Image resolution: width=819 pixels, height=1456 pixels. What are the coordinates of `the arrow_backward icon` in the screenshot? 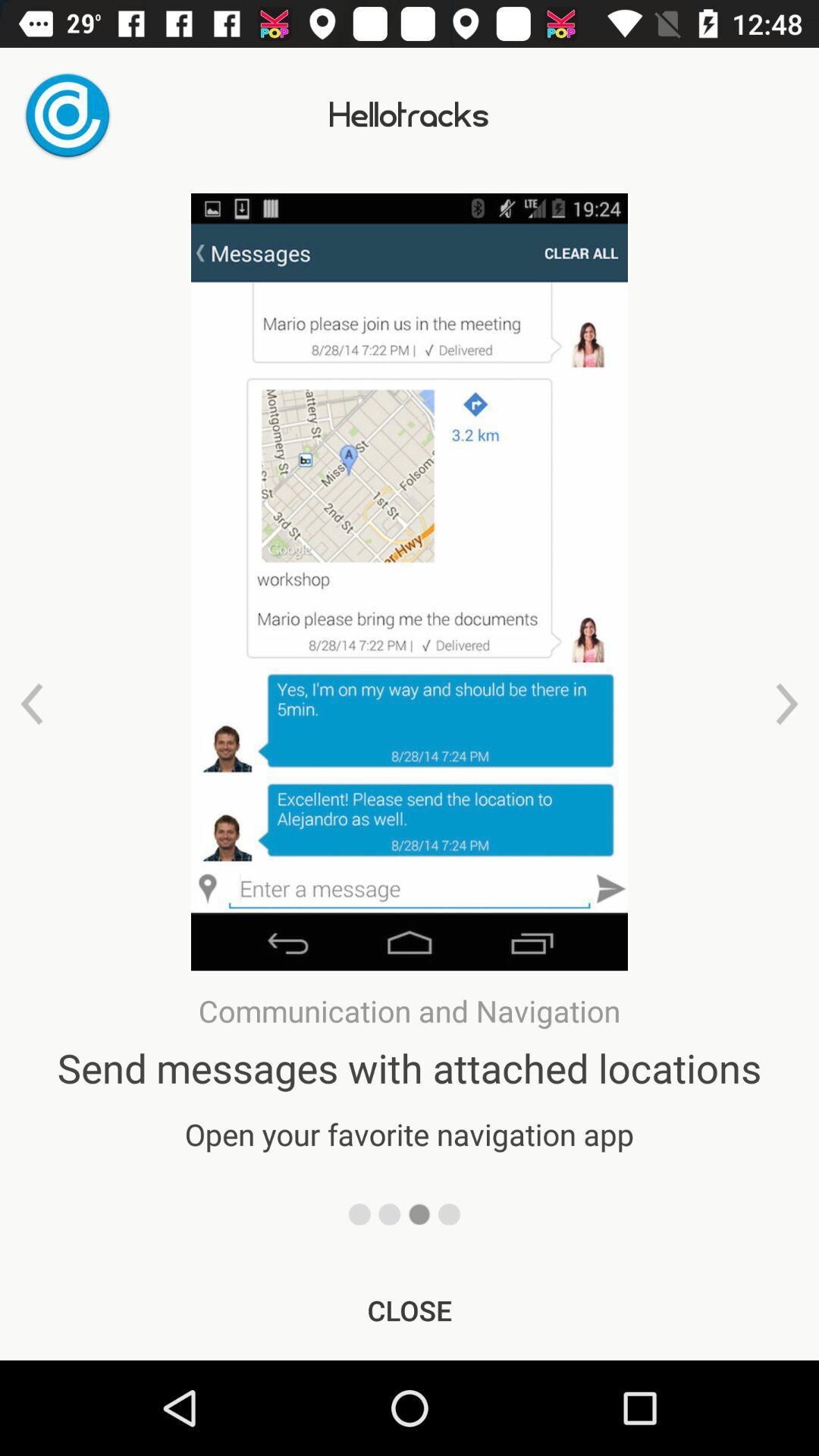 It's located at (32, 703).